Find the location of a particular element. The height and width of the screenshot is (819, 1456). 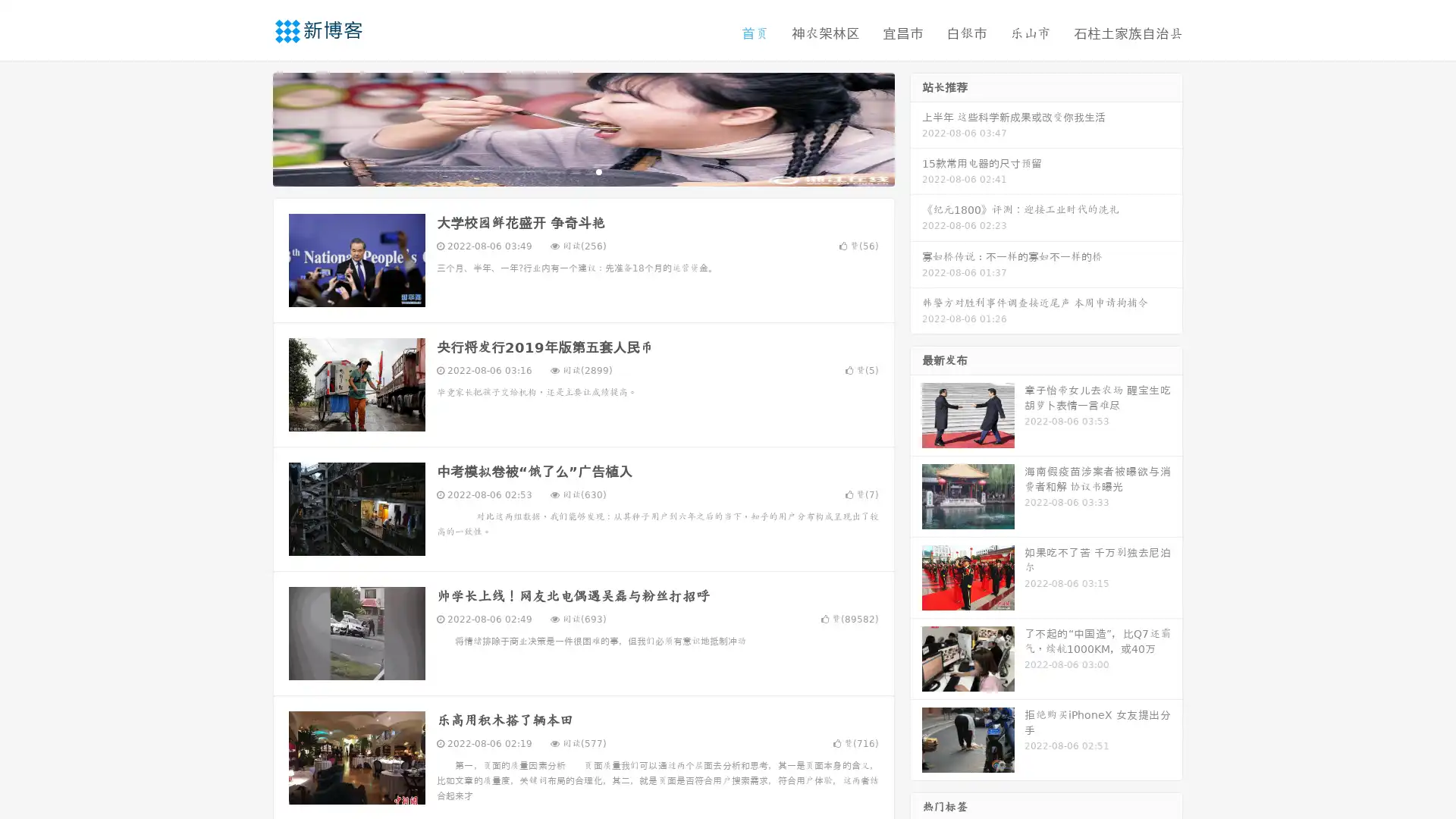

Go to slide 2 is located at coordinates (582, 171).